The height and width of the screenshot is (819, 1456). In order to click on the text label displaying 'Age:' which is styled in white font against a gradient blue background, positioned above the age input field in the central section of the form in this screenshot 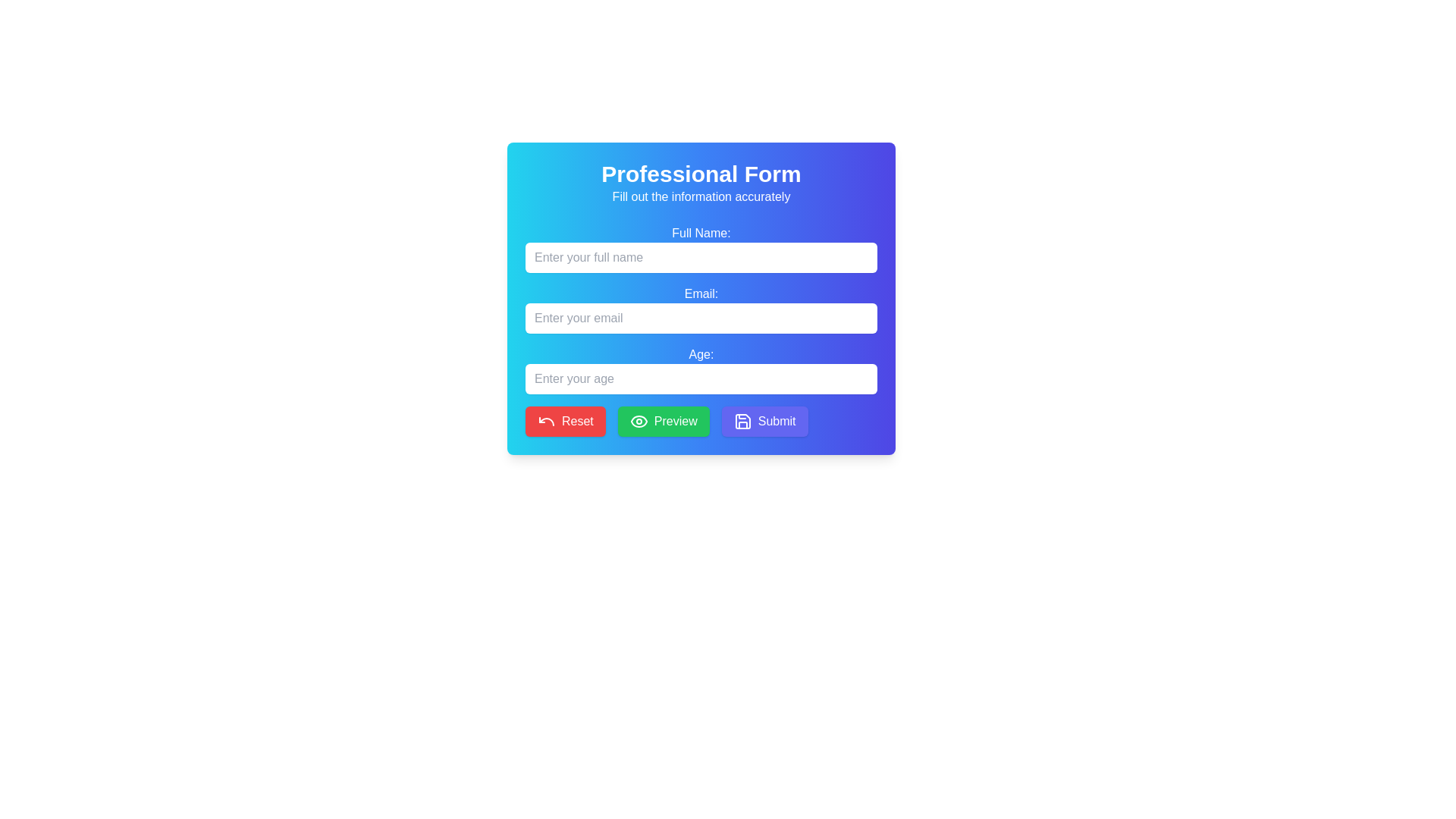, I will do `click(701, 354)`.